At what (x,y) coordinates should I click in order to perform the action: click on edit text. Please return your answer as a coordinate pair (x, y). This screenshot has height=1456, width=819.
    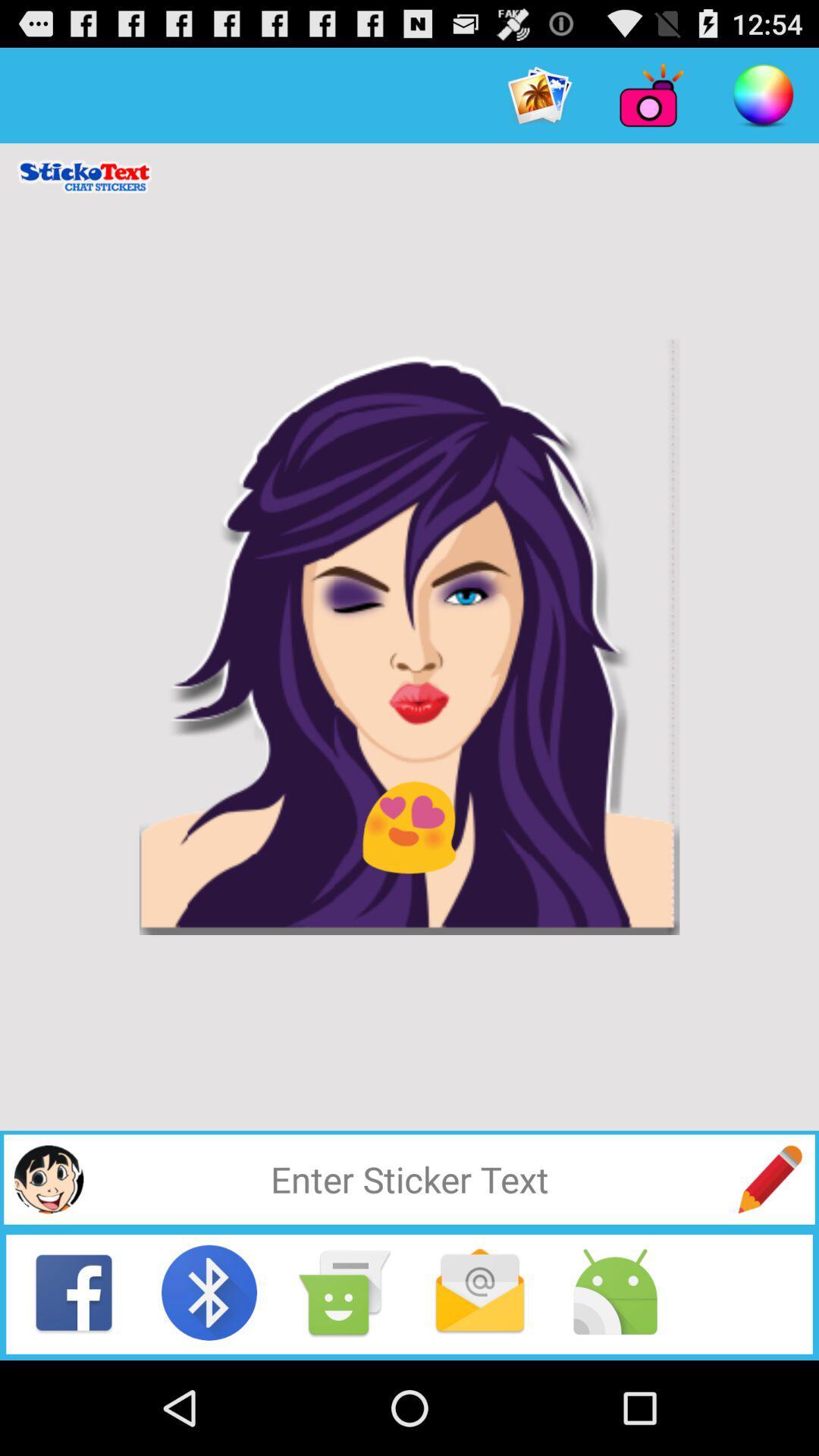
    Looking at the image, I should click on (770, 1178).